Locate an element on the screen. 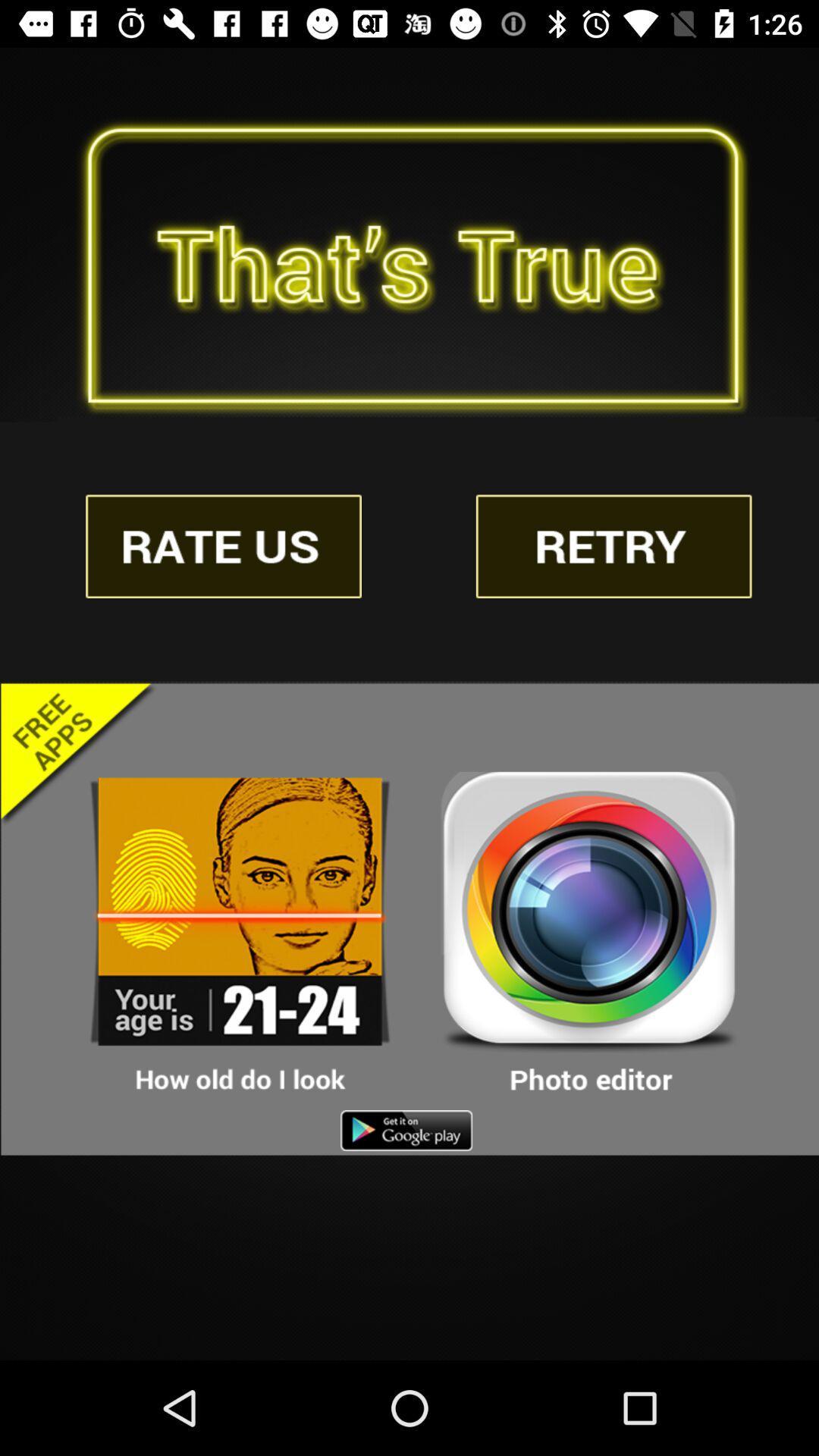 Image resolution: width=819 pixels, height=1456 pixels. the advertisement is located at coordinates (224, 546).